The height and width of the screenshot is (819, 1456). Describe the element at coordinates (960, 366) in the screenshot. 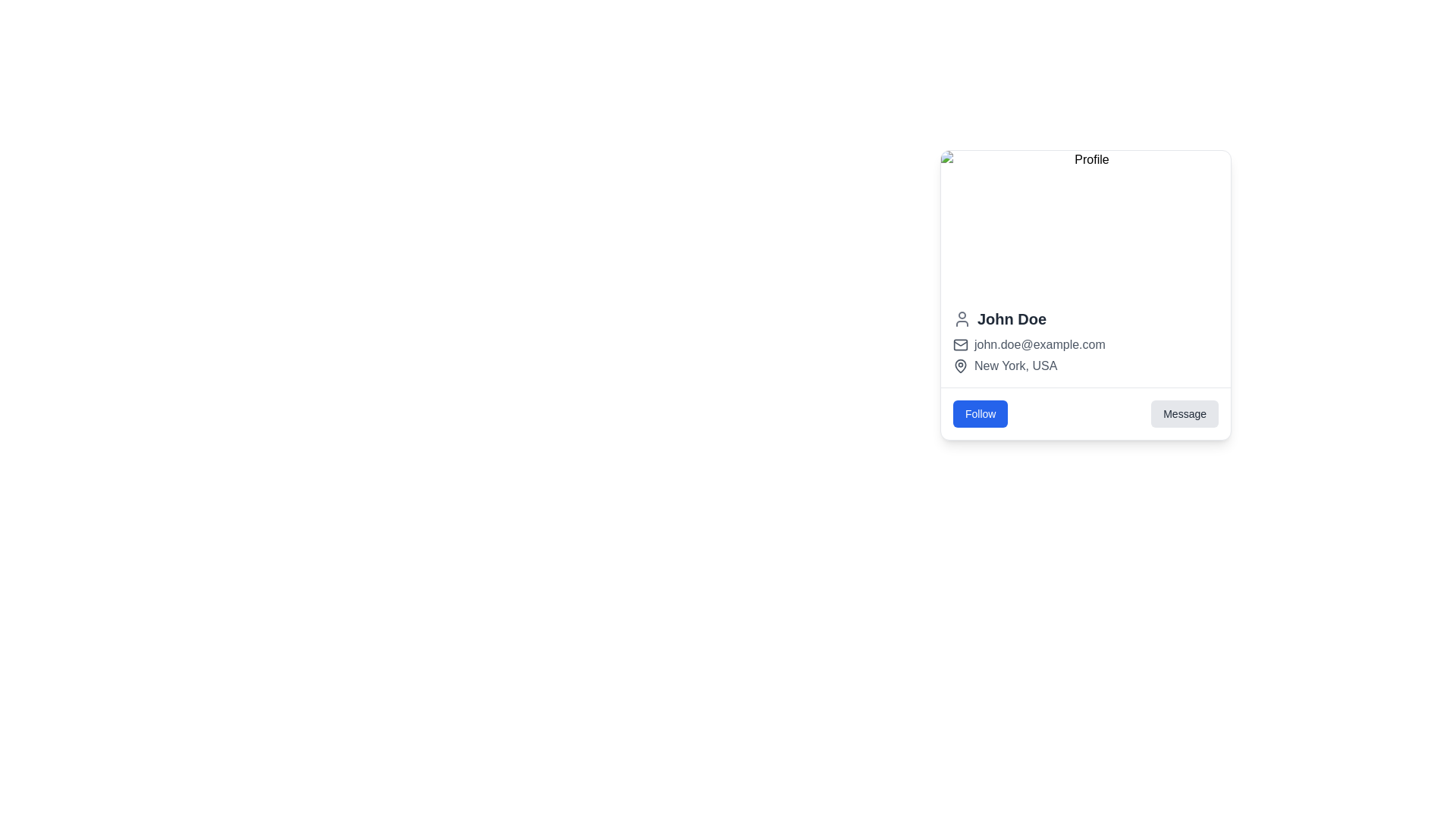

I see `the map pin icon located near the text label 'New York, USA' in the user profile card` at that location.